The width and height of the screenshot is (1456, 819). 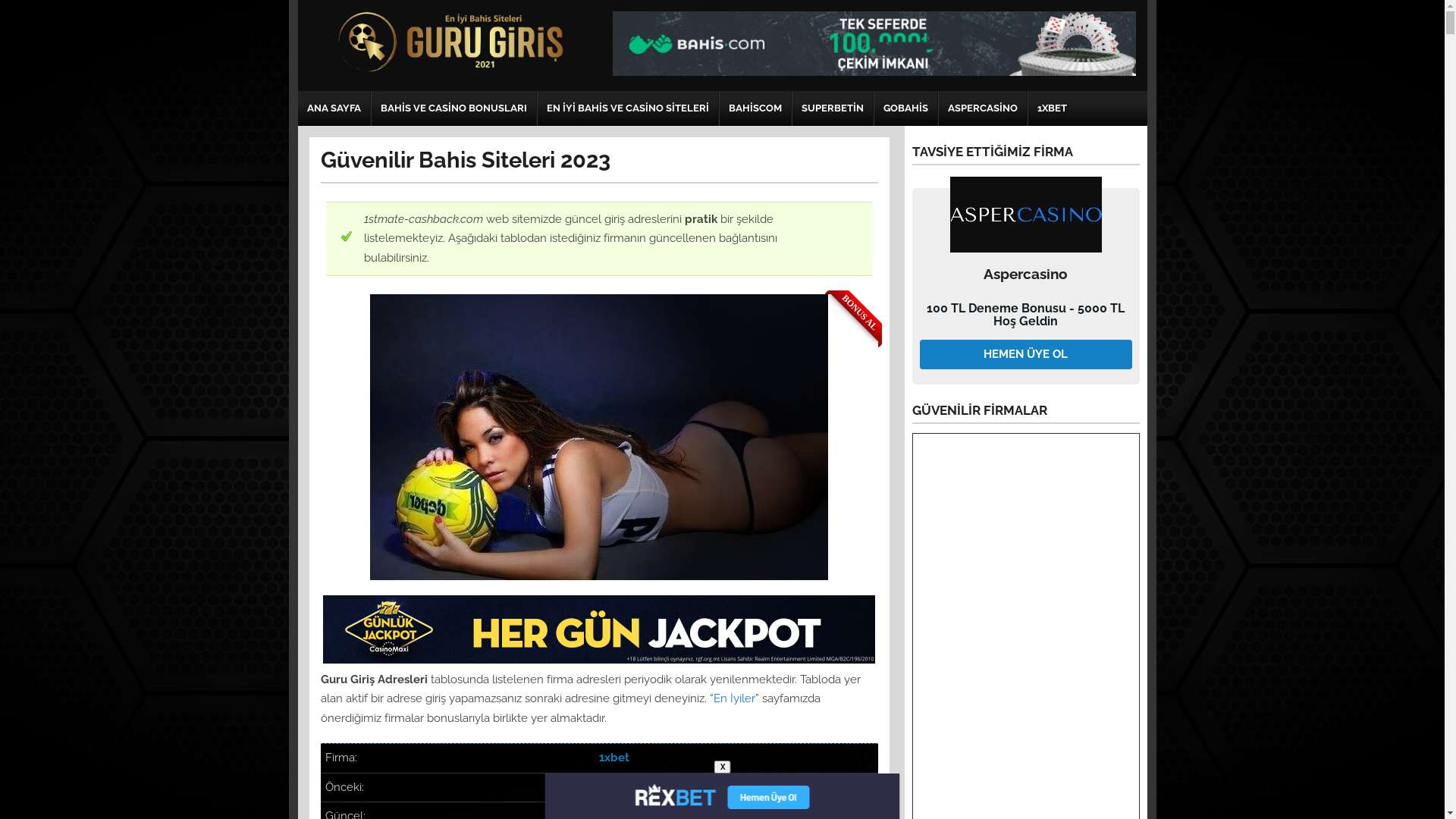 What do you see at coordinates (453, 107) in the screenshot?
I see `'BAHIS VE CASINO BONUSLARI'` at bounding box center [453, 107].